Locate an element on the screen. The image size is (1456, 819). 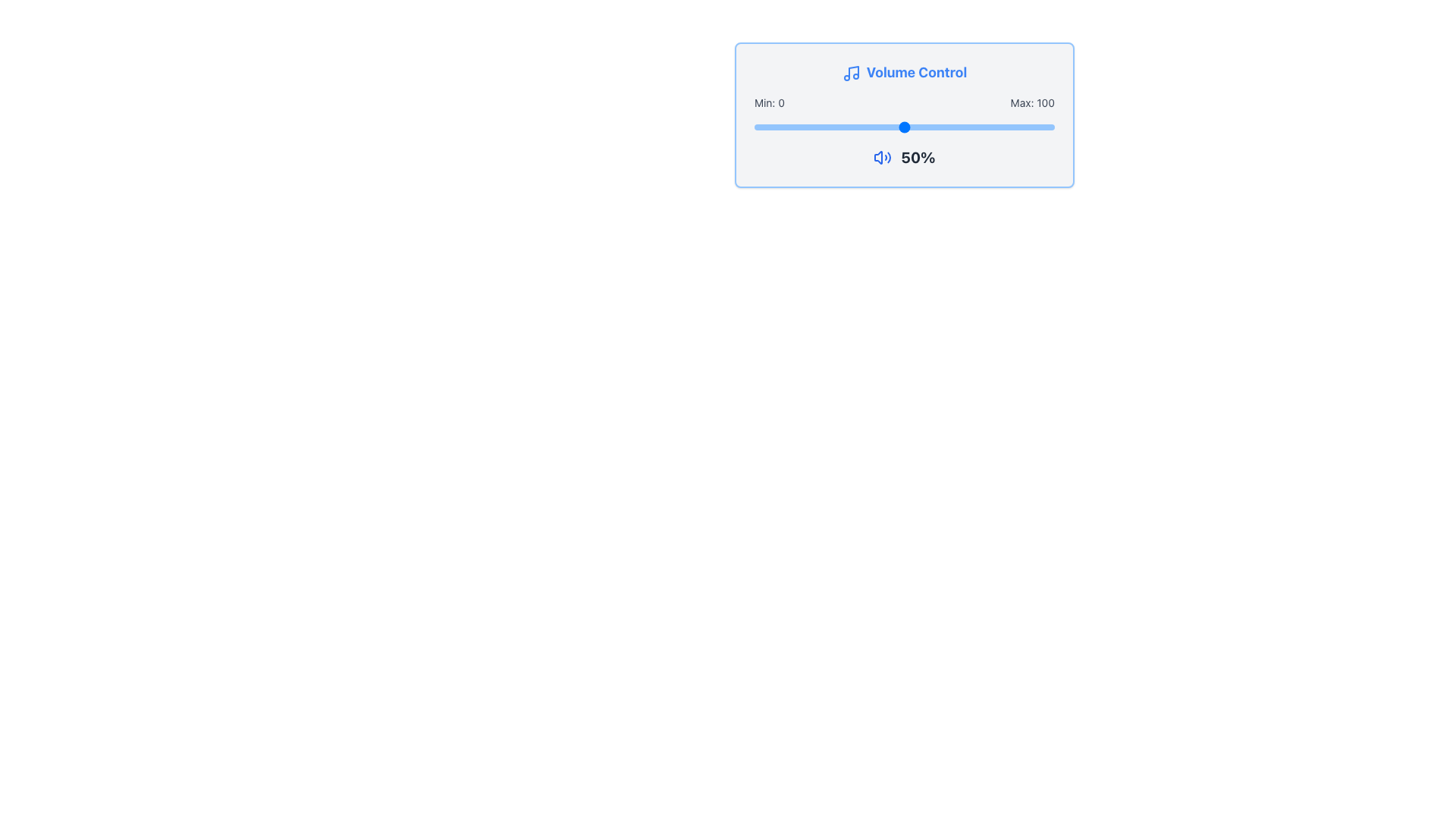
the slider is located at coordinates (971, 127).